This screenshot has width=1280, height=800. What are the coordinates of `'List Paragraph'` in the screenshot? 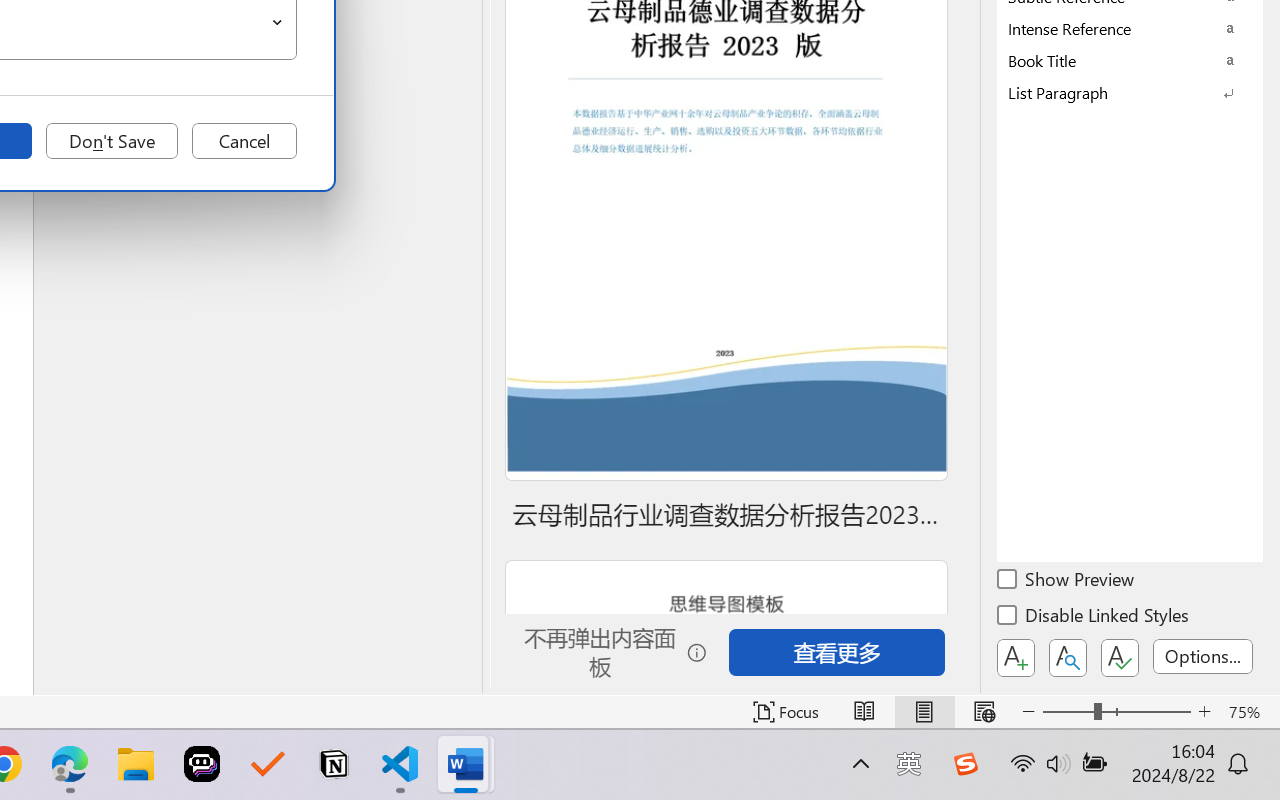 It's located at (1130, 92).